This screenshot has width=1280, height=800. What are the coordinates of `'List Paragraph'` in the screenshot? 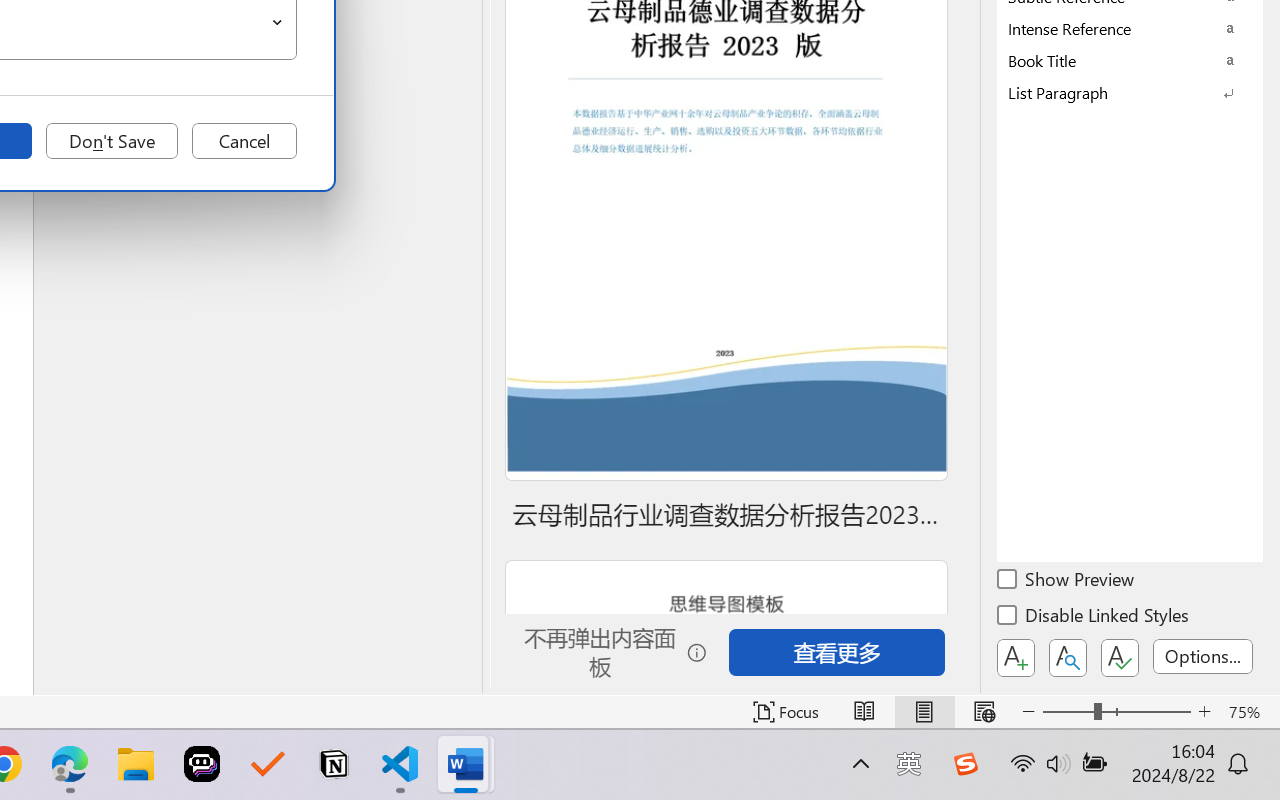 It's located at (1130, 92).